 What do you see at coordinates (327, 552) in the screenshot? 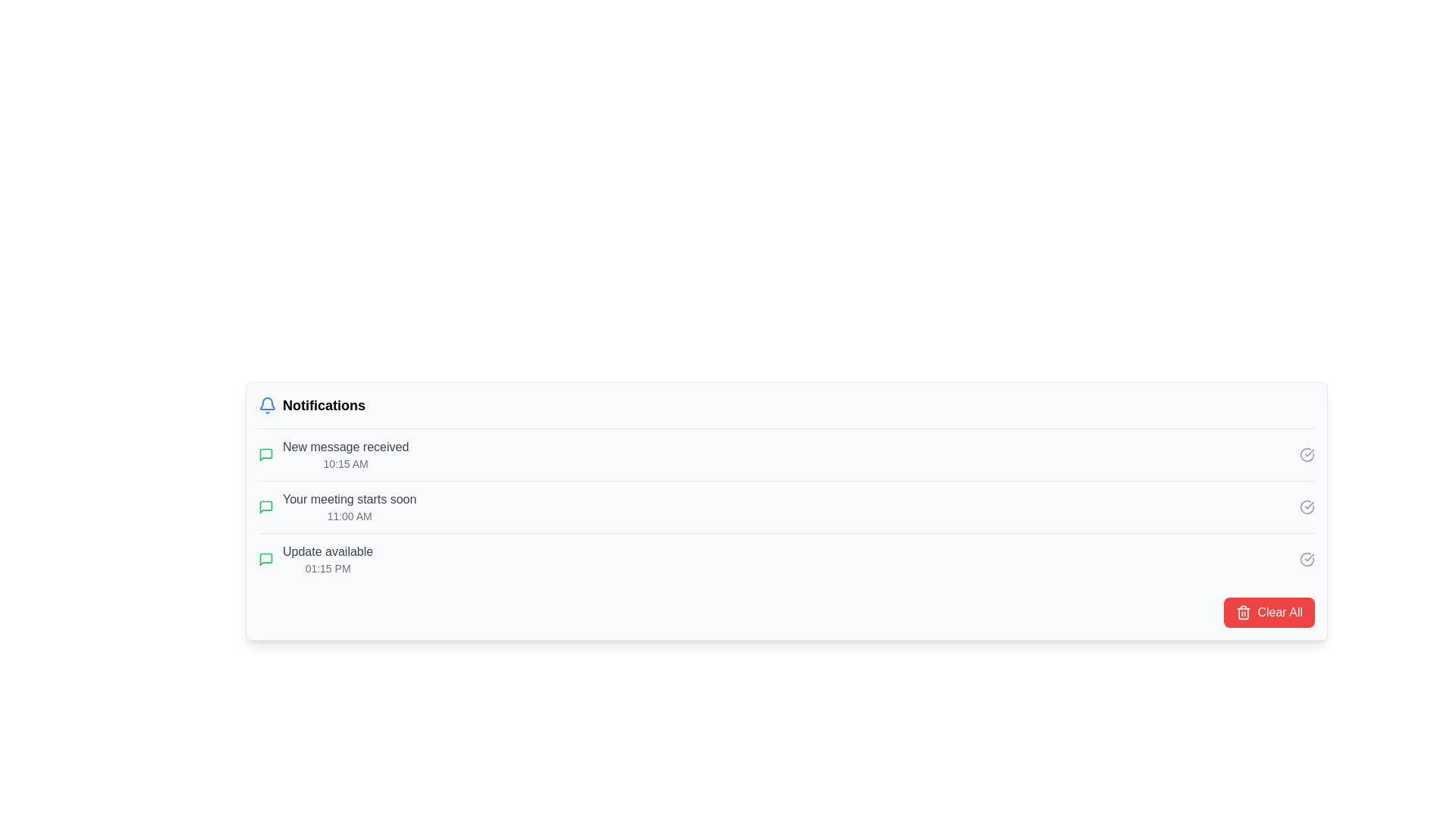
I see `the text label in the third row of the notification list, which indicates the message content of the respective update, placed above the timestamp '01:15 PM' and next to the green icon` at bounding box center [327, 552].